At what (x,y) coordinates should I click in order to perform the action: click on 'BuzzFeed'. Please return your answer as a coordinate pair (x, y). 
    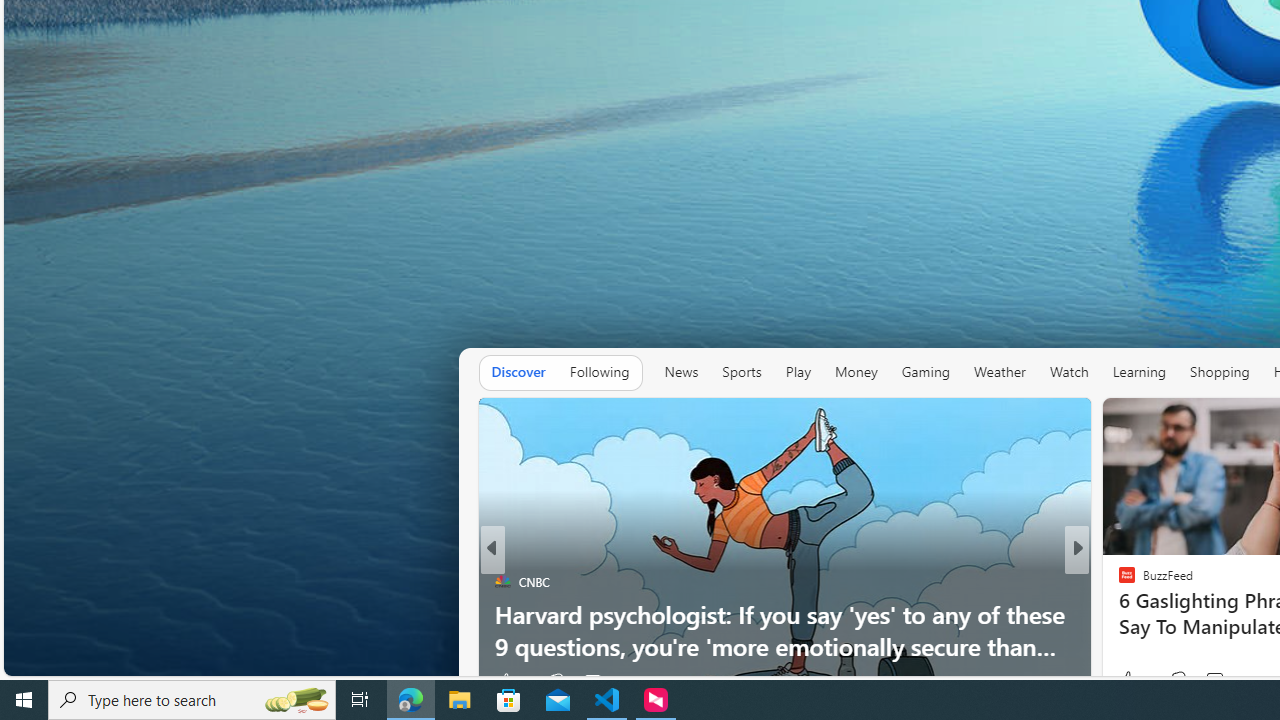
    Looking at the image, I should click on (1117, 581).